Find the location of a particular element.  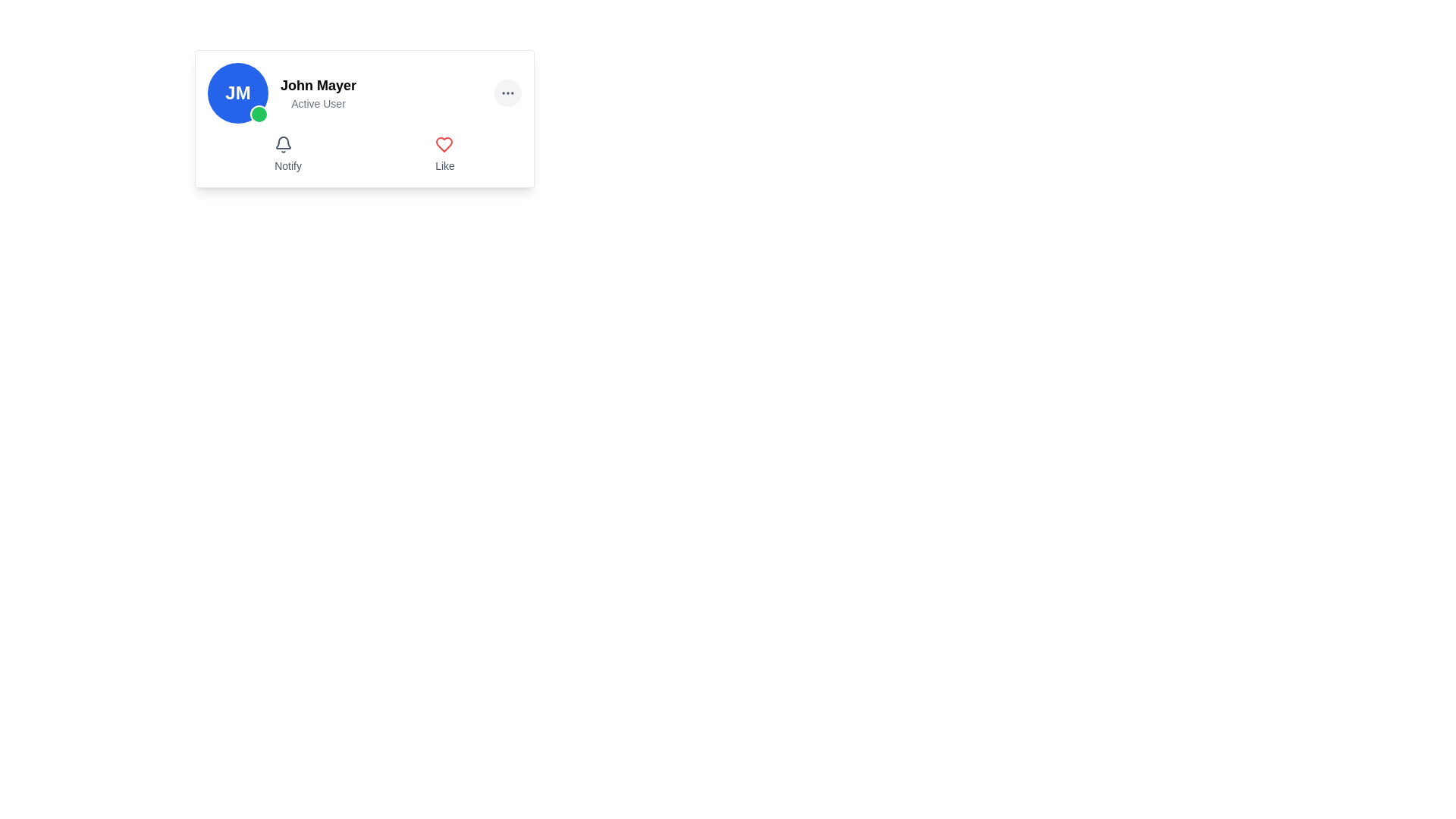

text content of the user profile information displayed in the text component, which includes the name 'John Mayer' and the status 'Active User' located within the card layout to the right of the circular avatar is located at coordinates (318, 93).